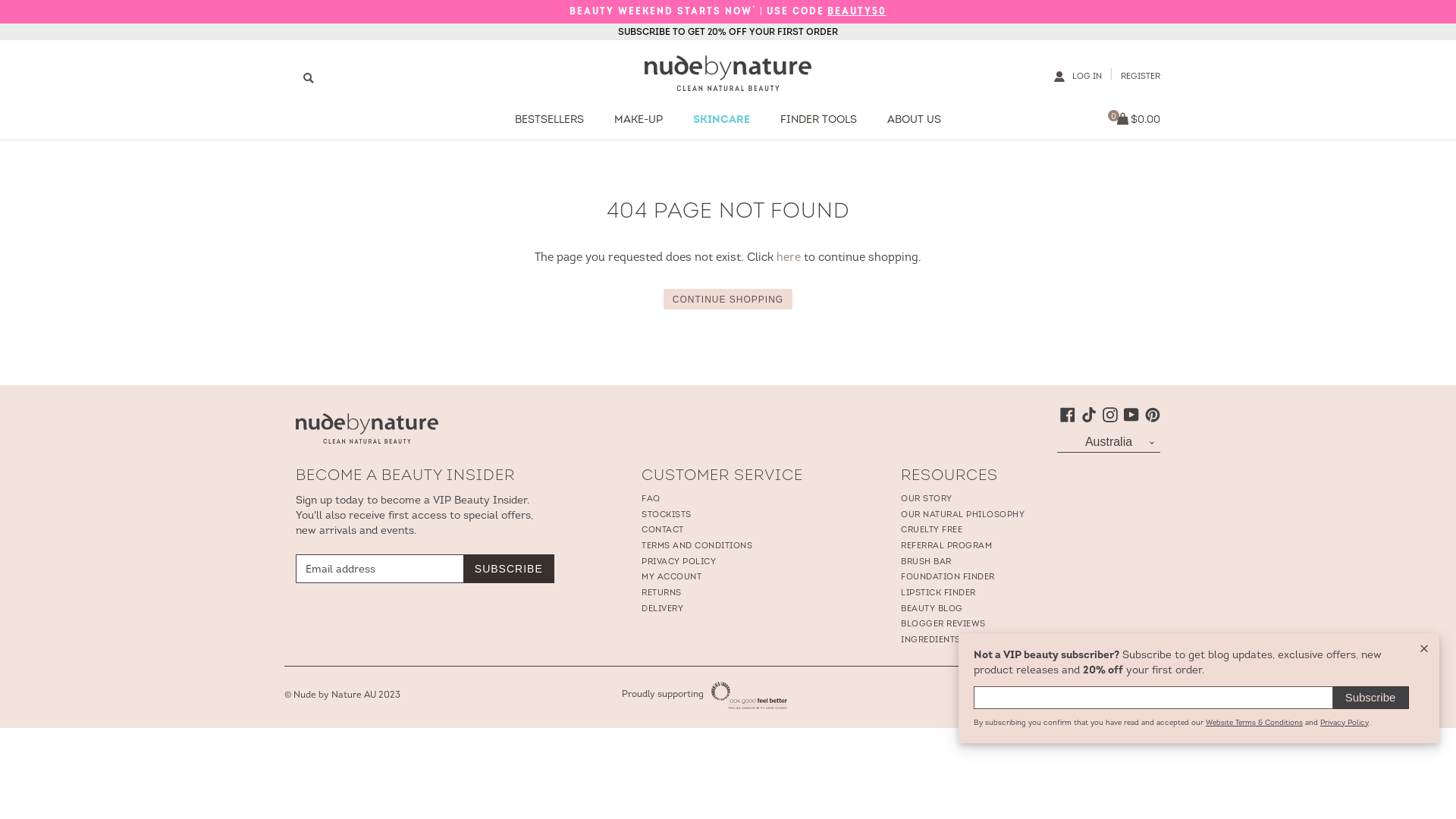 Image resolution: width=1456 pixels, height=819 pixels. What do you see at coordinates (661, 592) in the screenshot?
I see `'RETURNS'` at bounding box center [661, 592].